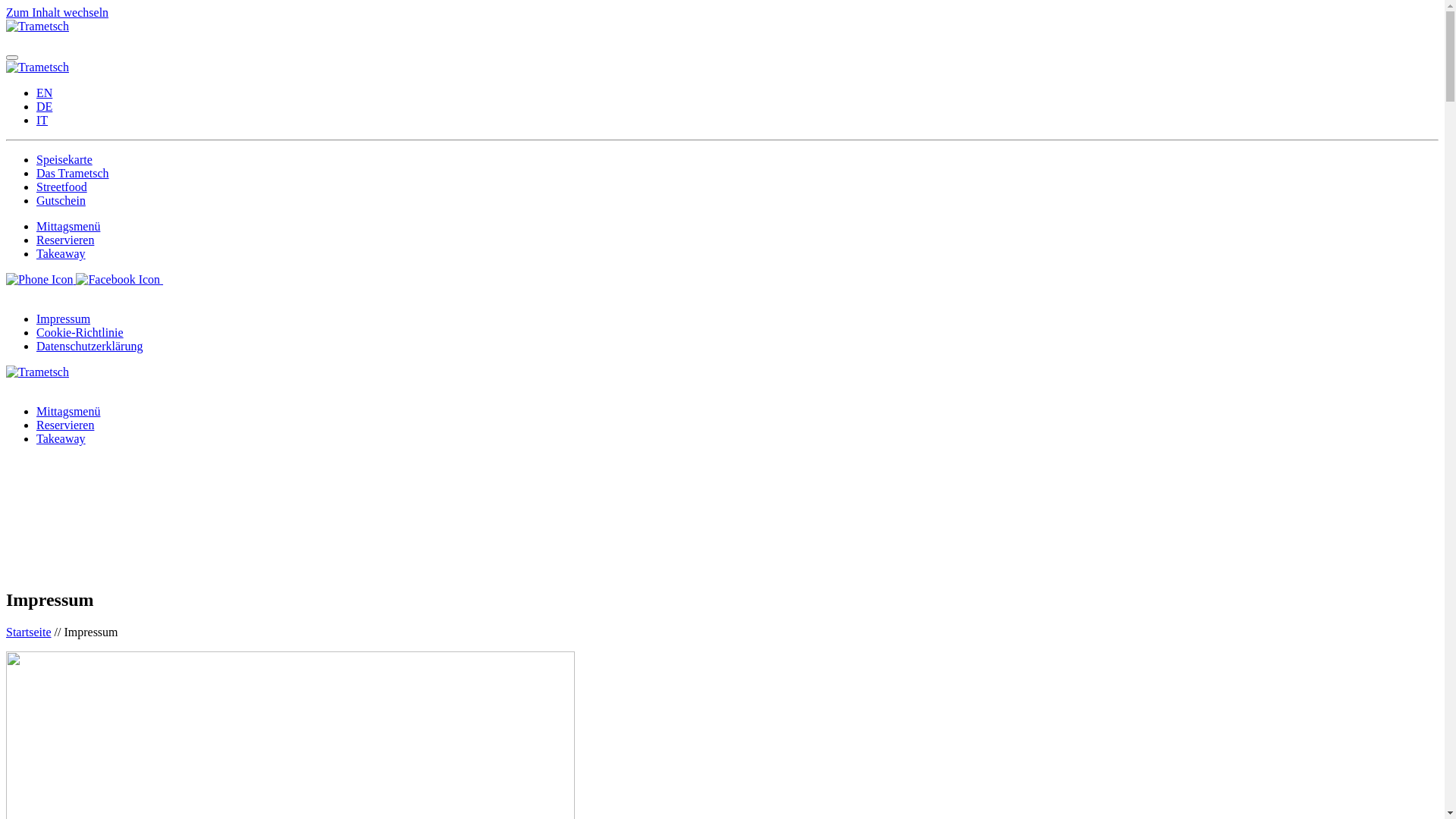  What do you see at coordinates (72, 172) in the screenshot?
I see `'Das Trametsch'` at bounding box center [72, 172].